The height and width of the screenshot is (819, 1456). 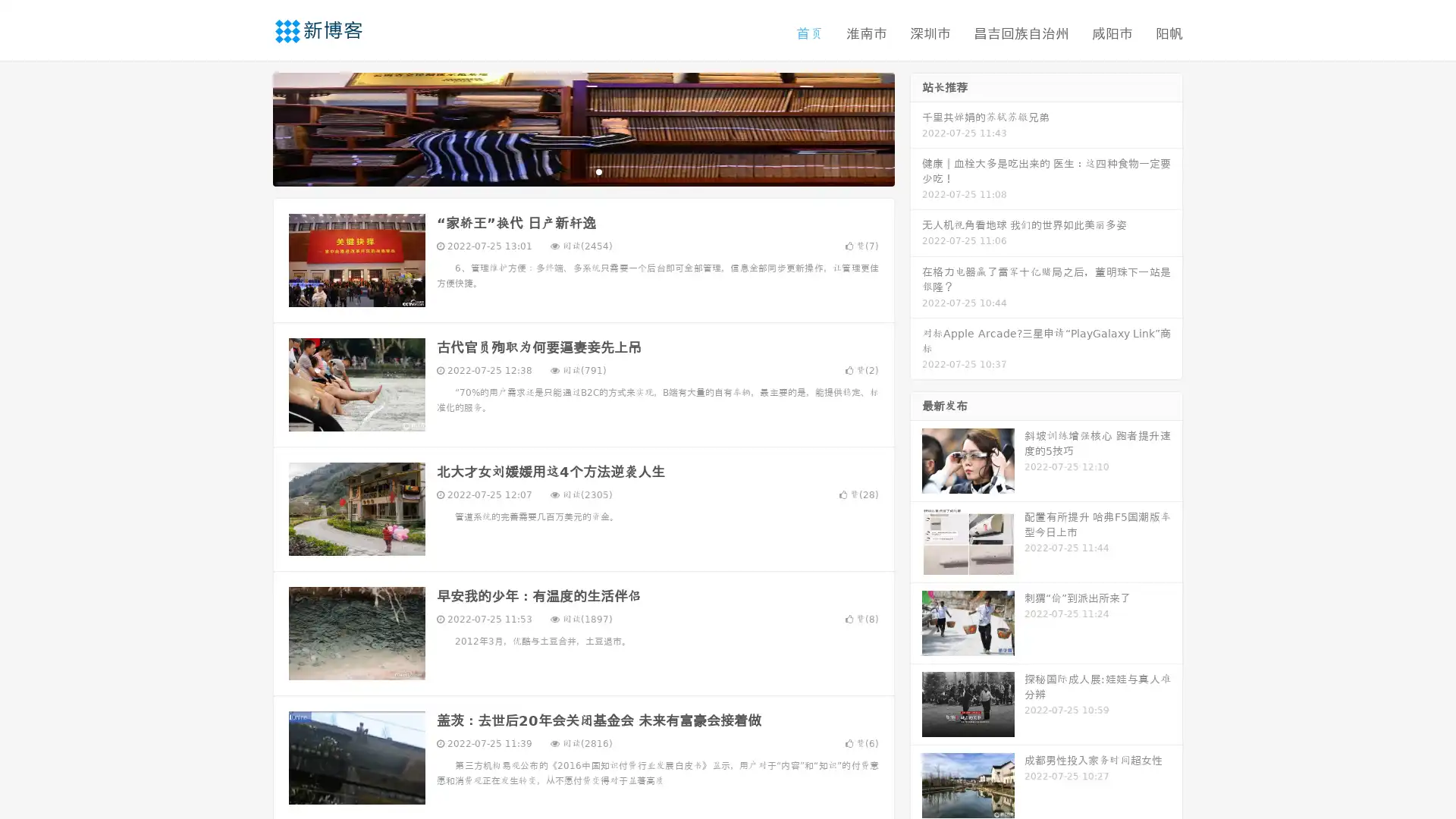 What do you see at coordinates (567, 171) in the screenshot?
I see `Go to slide 1` at bounding box center [567, 171].